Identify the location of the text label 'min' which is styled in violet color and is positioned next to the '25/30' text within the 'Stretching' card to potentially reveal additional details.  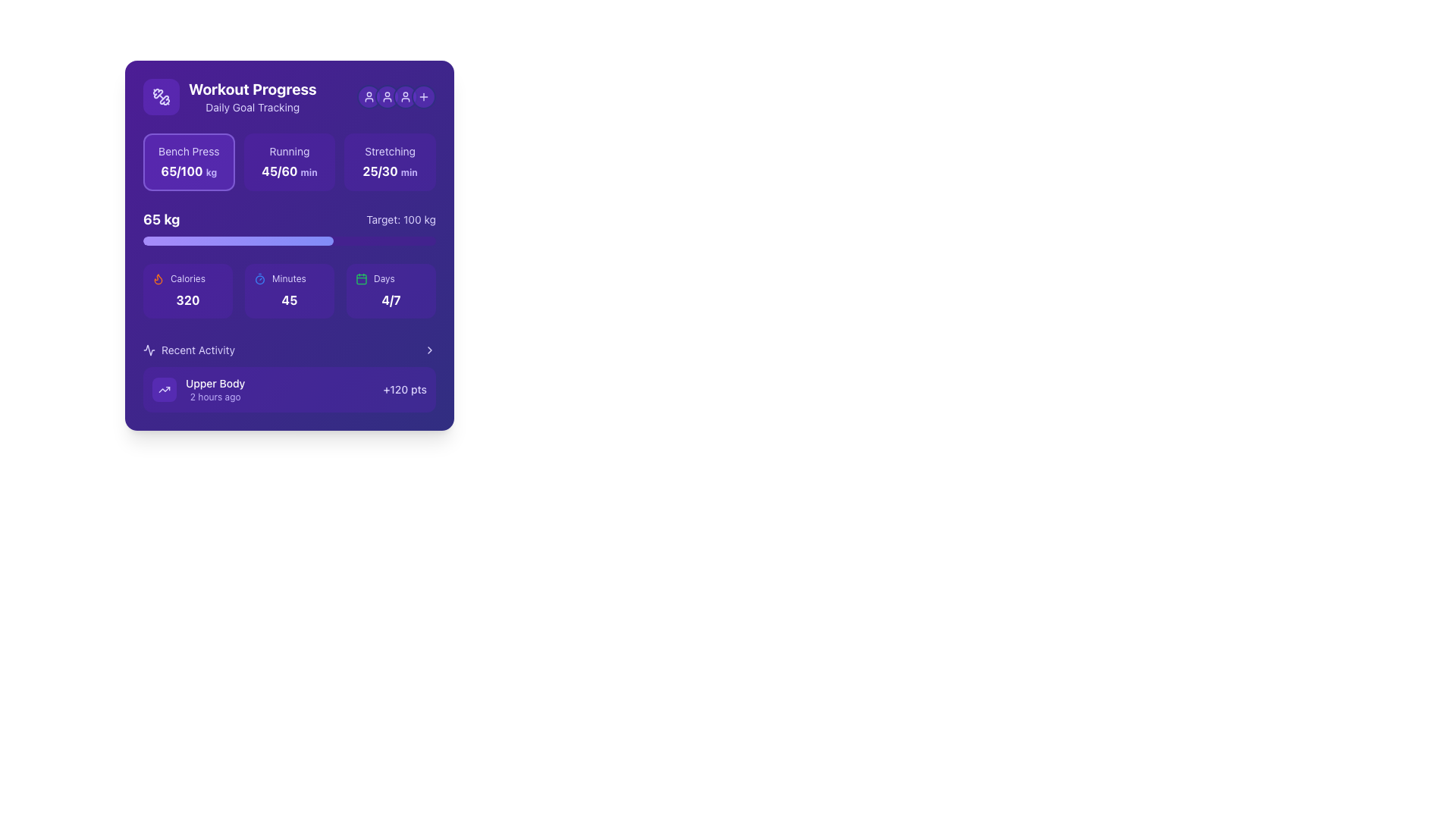
(409, 171).